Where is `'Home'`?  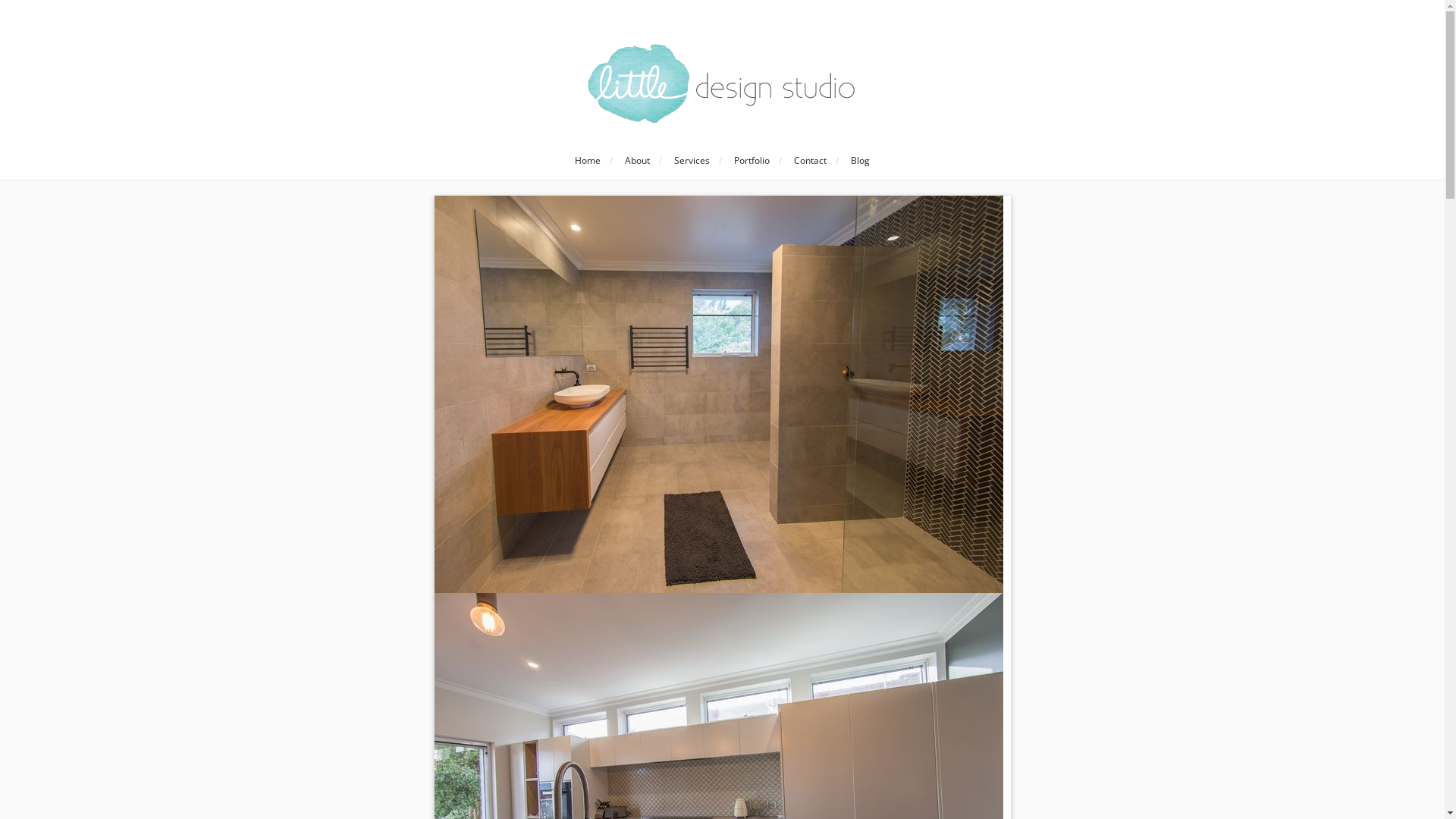
'Home' is located at coordinates (564, 161).